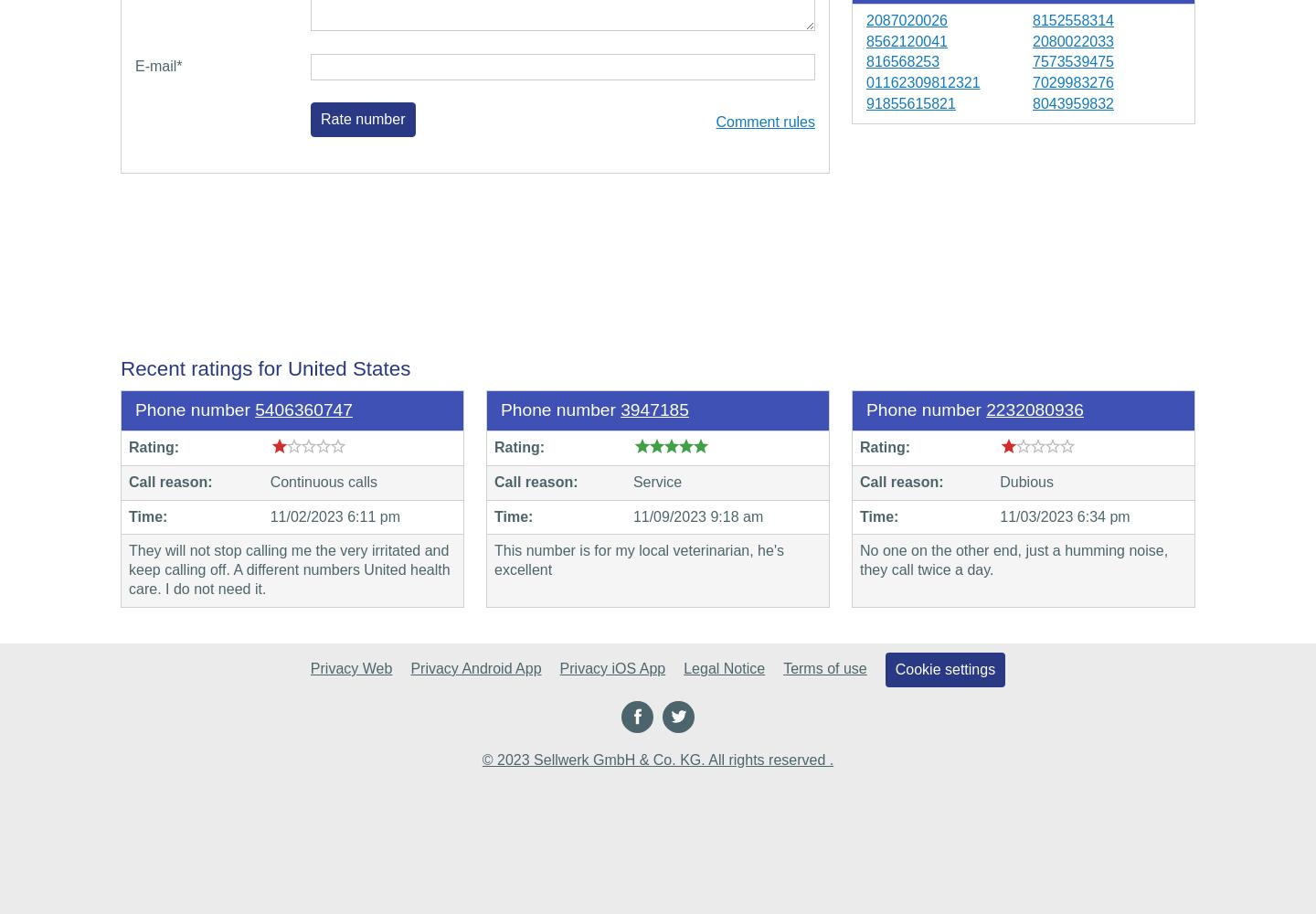 Image resolution: width=1316 pixels, height=914 pixels. Describe the element at coordinates (865, 81) in the screenshot. I see `'01162309812321'` at that location.